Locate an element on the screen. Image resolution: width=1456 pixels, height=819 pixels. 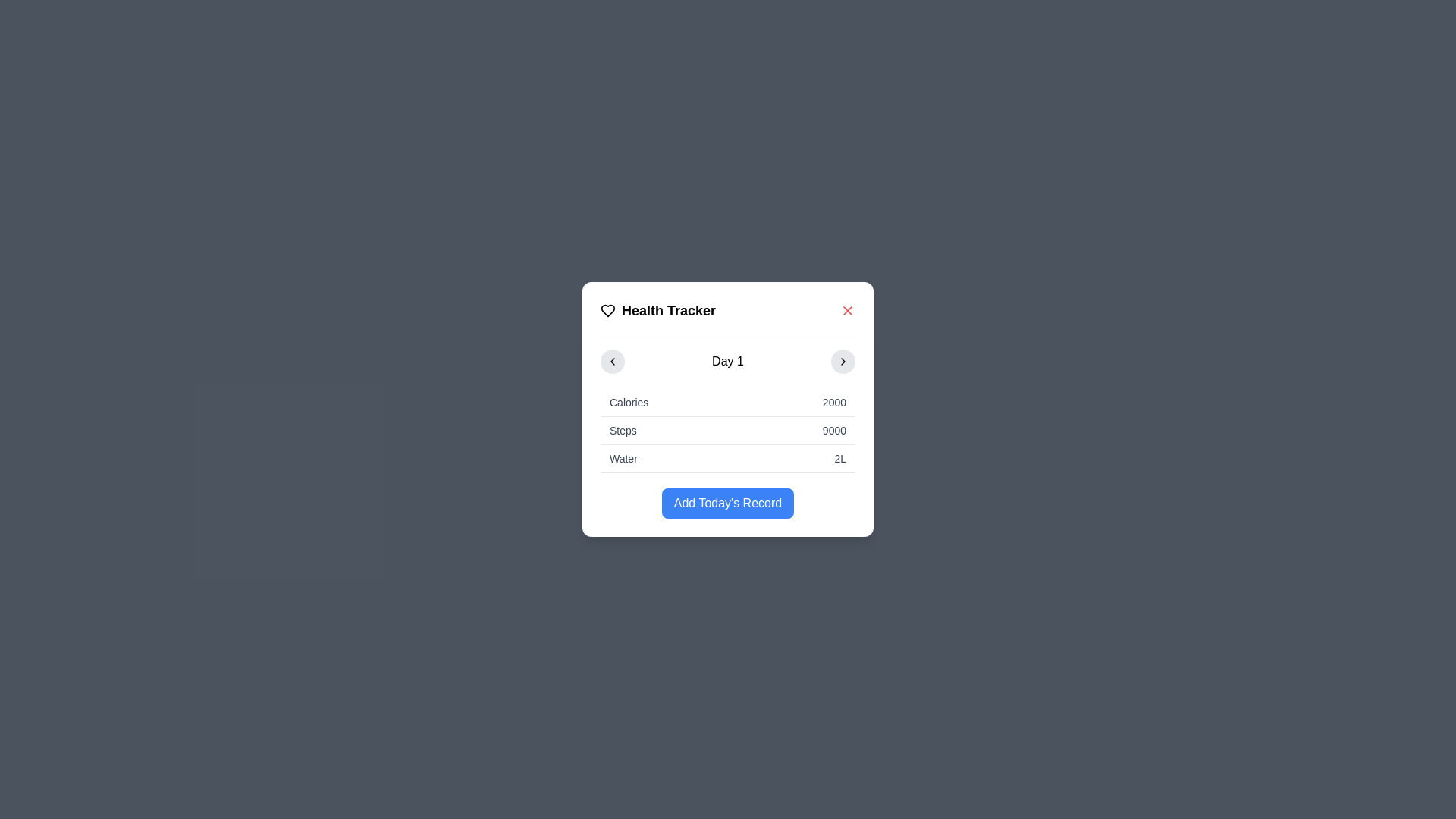
the blue button with rounded corners that reads 'Add Today's Record' located at the bottom center of the white card layout is located at coordinates (728, 503).